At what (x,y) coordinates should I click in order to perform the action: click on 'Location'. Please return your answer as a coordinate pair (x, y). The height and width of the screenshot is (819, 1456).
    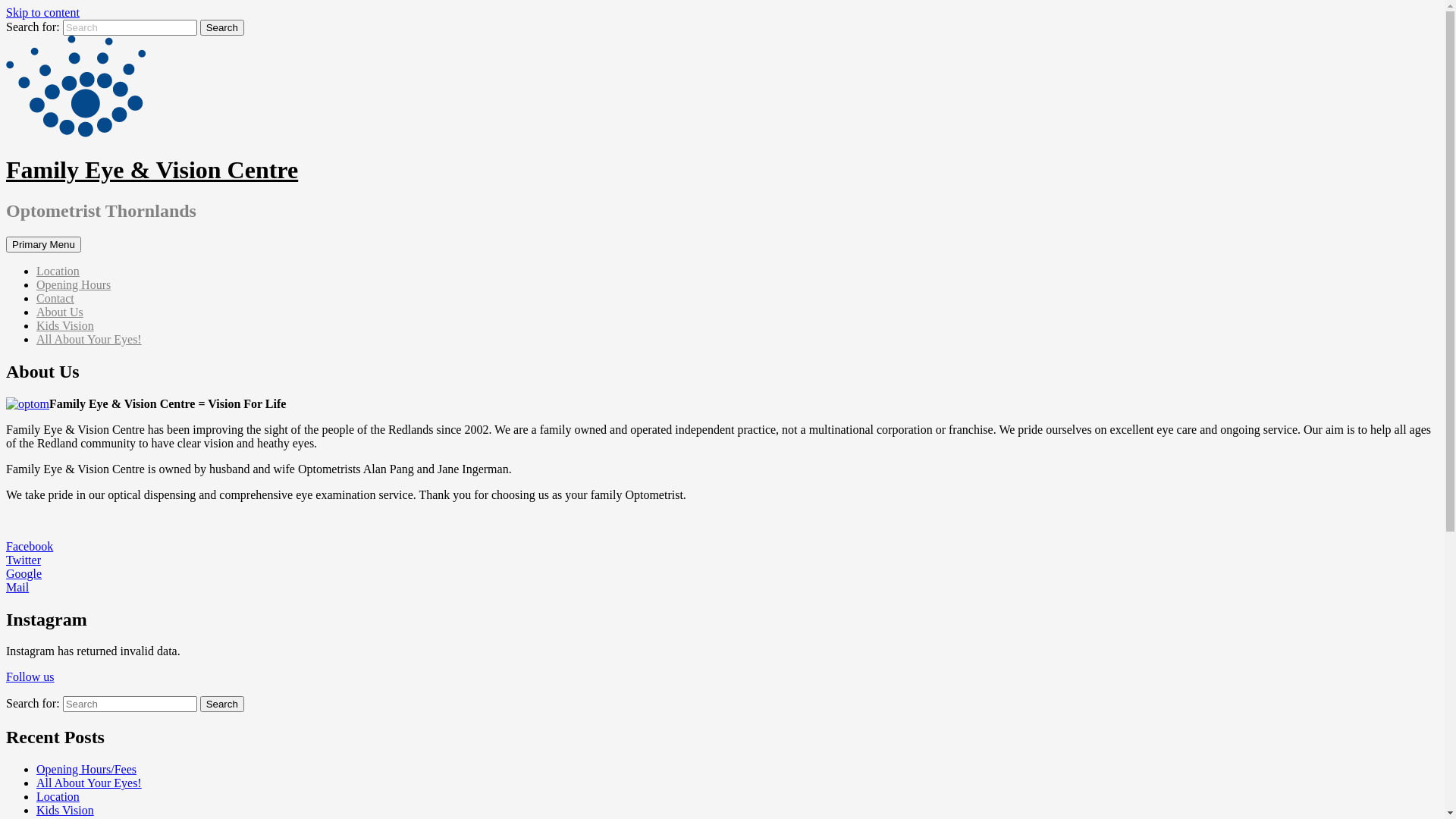
    Looking at the image, I should click on (58, 795).